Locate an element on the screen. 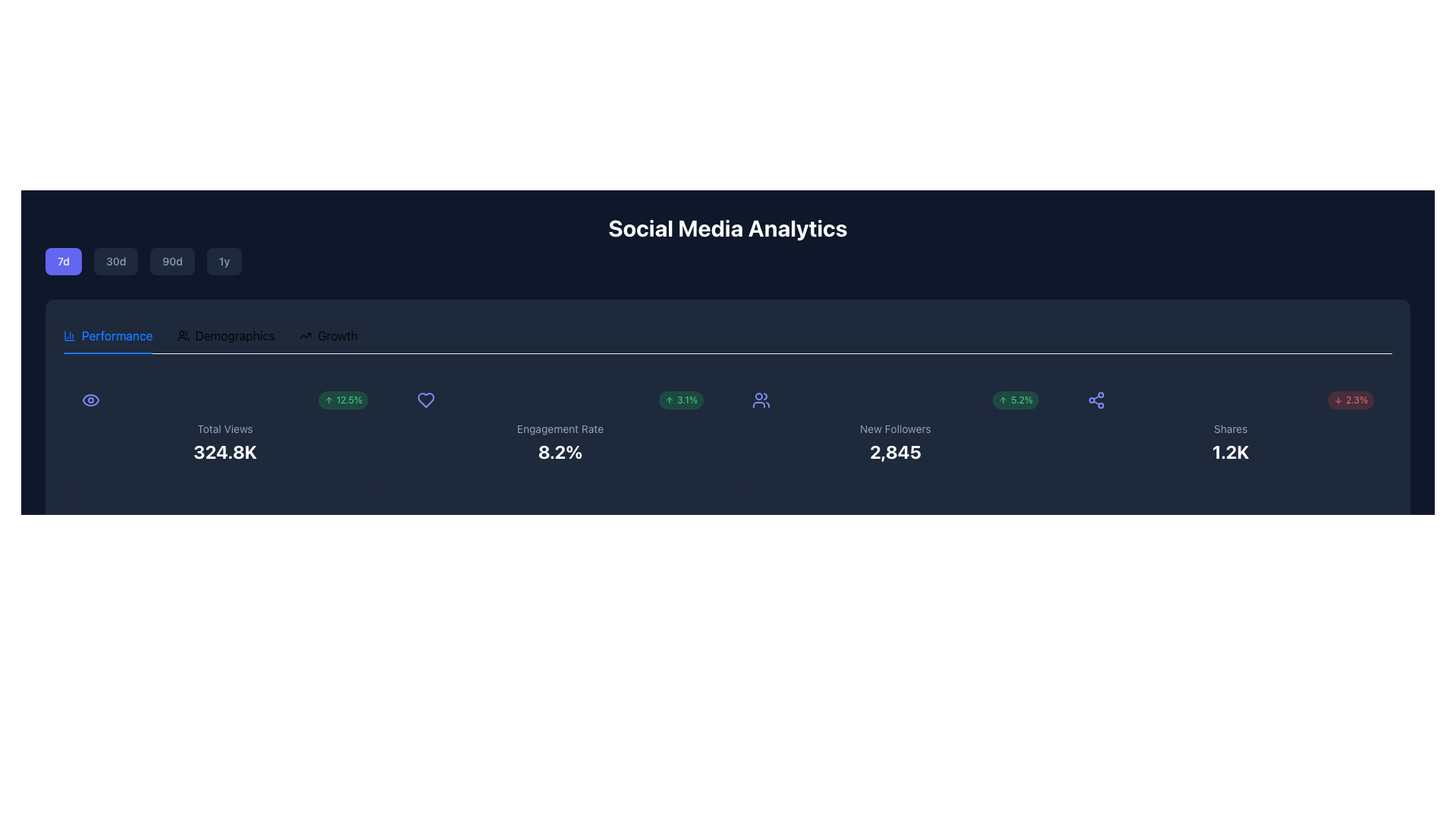 Image resolution: width=1456 pixels, height=819 pixels. the static label that denotes 'Total Views', which is positioned below an icon and percentage indicator, and above the statistic value '324.8K' is located at coordinates (224, 429).